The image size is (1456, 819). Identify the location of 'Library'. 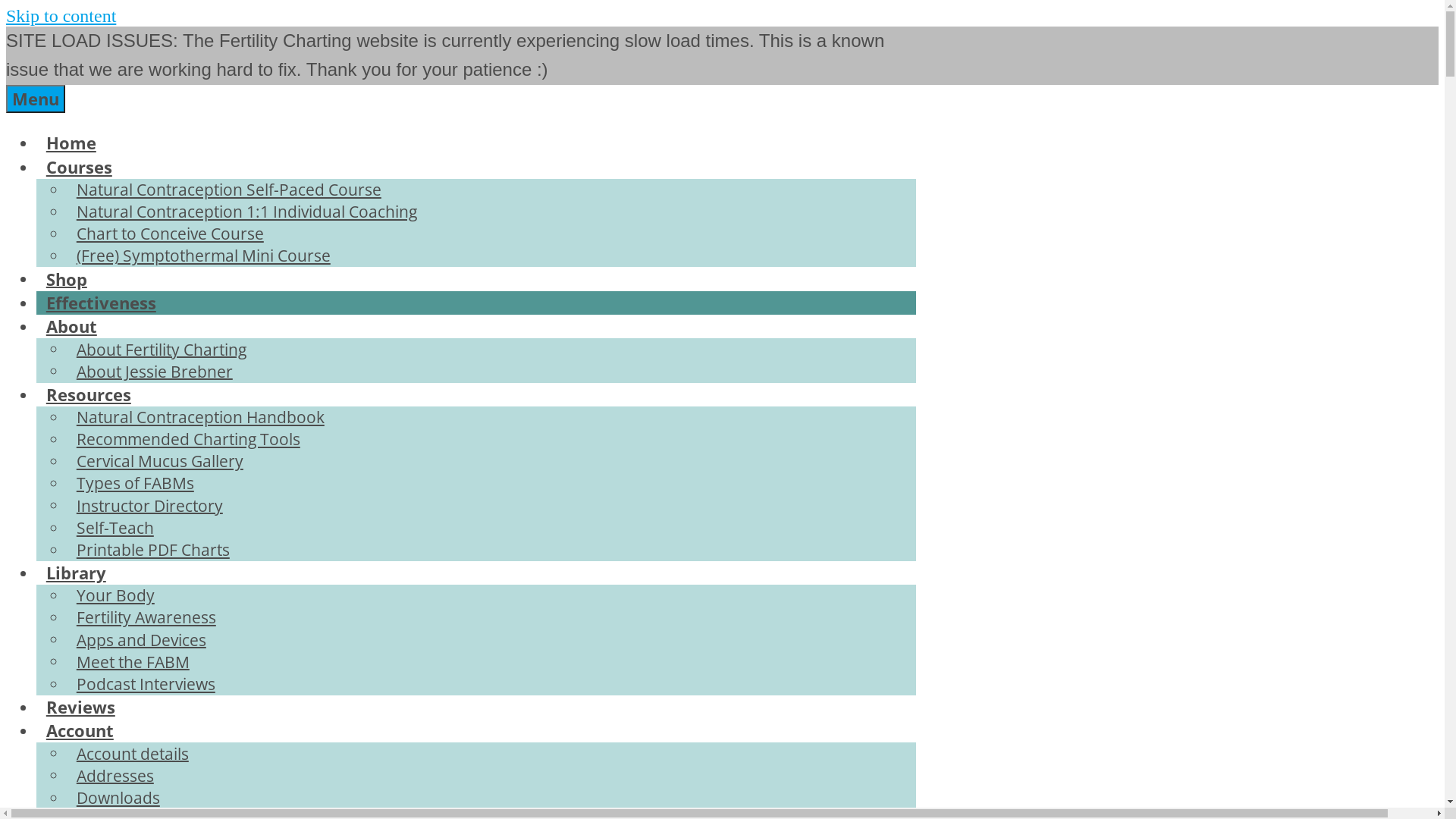
(75, 573).